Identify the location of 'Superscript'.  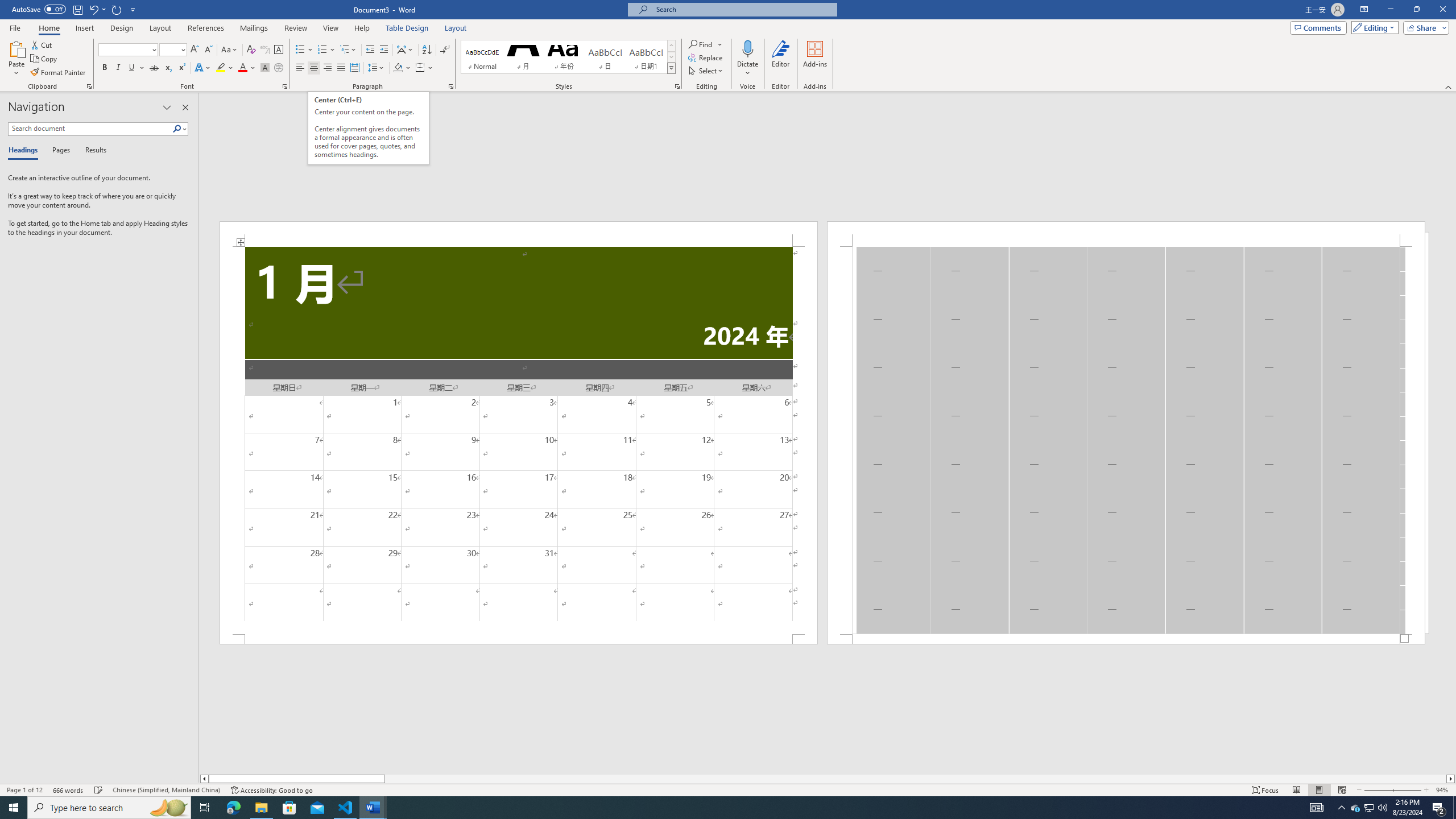
(180, 67).